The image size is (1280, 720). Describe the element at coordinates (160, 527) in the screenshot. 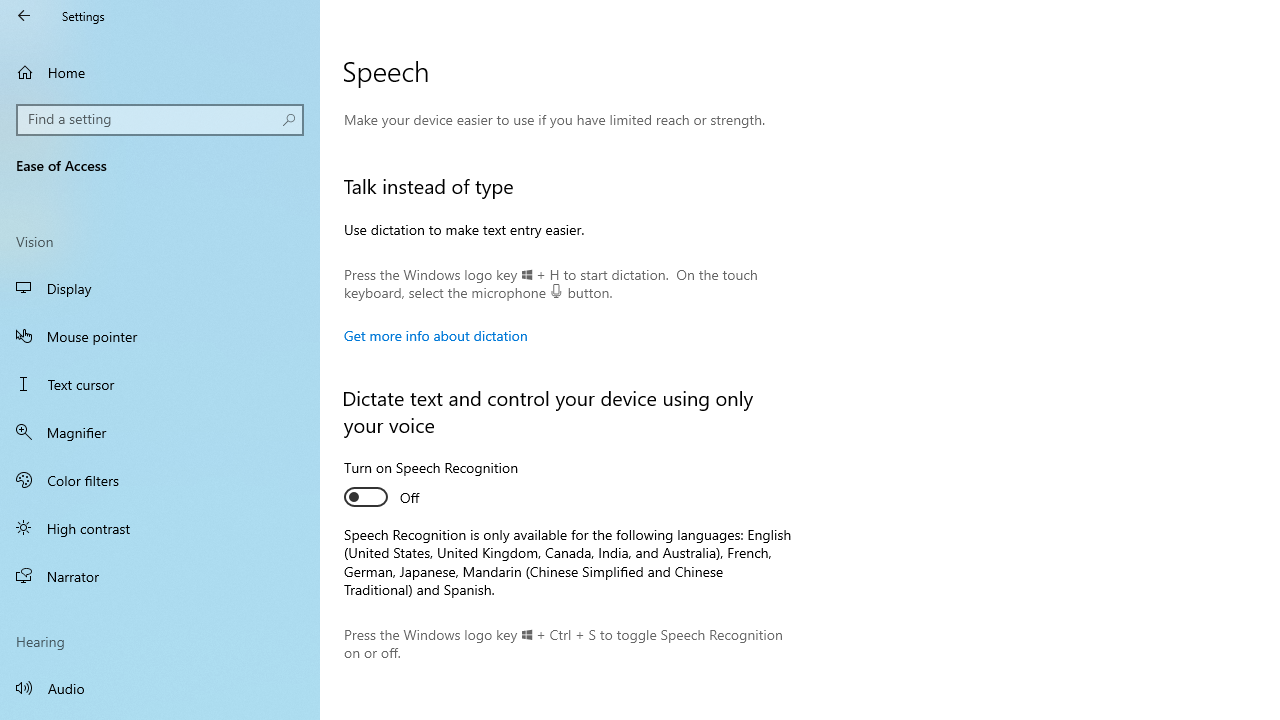

I see `'High contrast'` at that location.